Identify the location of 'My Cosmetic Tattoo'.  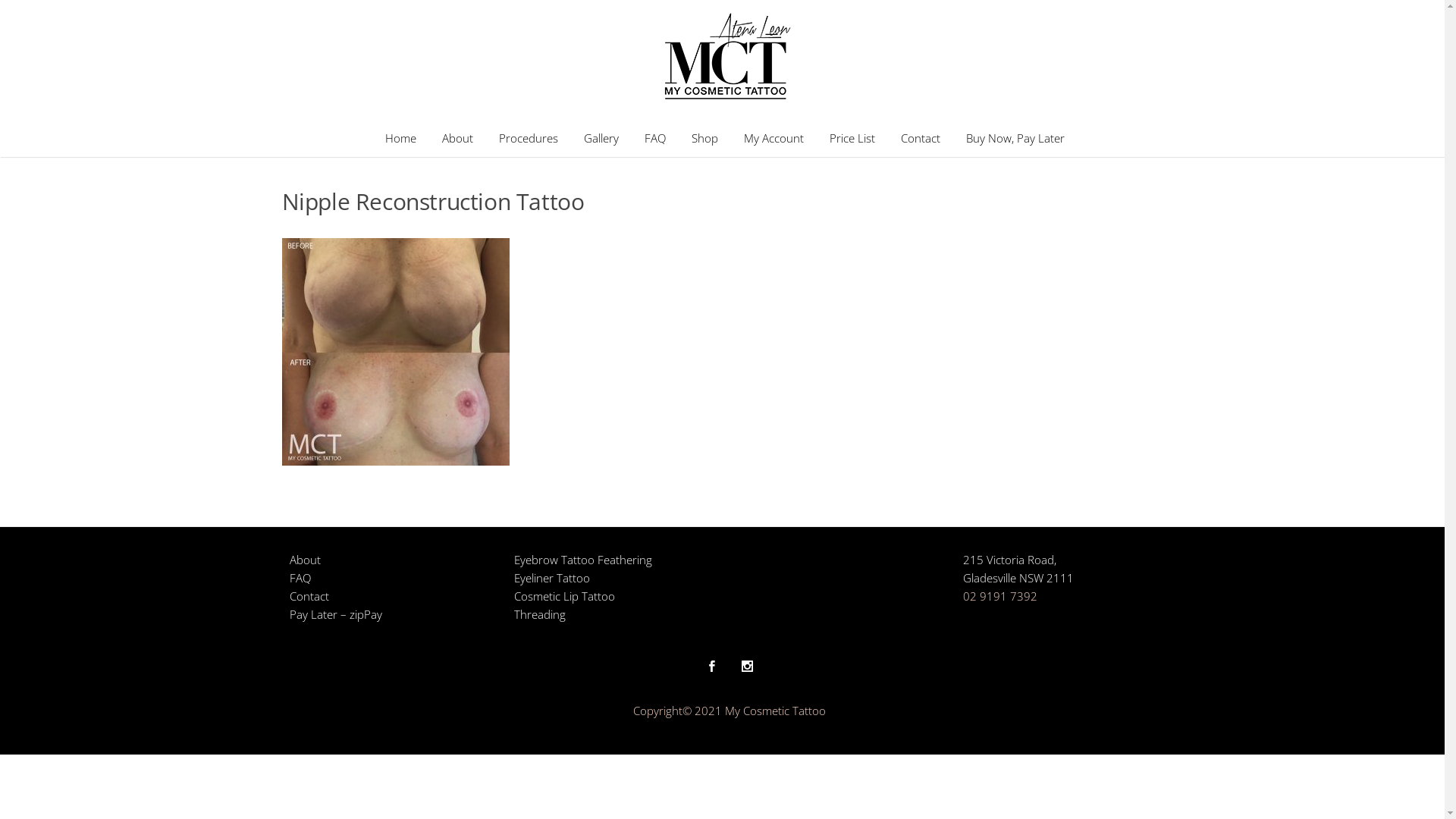
(723, 58).